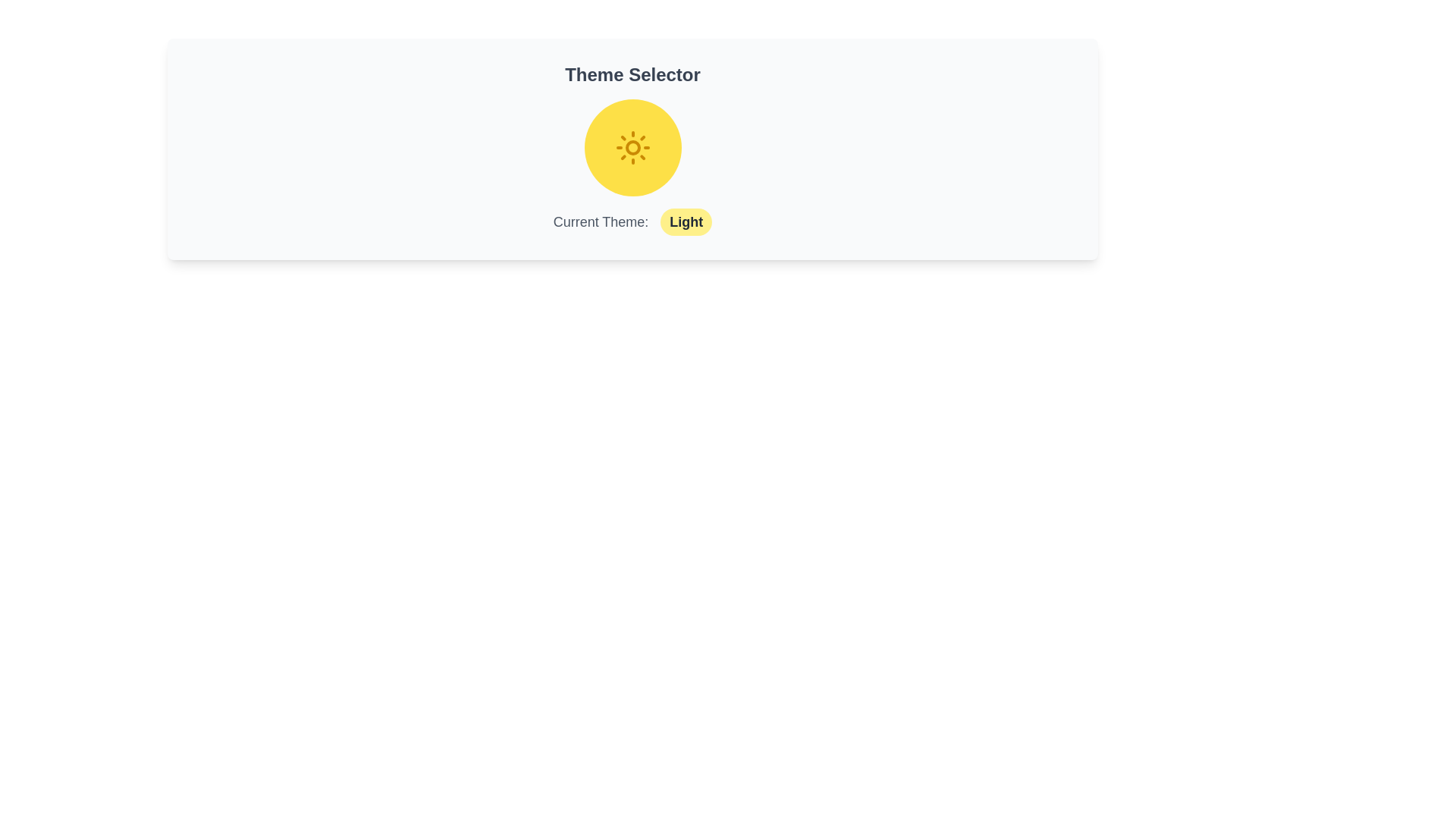 The width and height of the screenshot is (1456, 819). Describe the element at coordinates (632, 148) in the screenshot. I see `the decorative SVG circle element that serves as the central focal point of the sun icon, located prominently in the middle of the interface below the 'Theme Selector' text` at that location.